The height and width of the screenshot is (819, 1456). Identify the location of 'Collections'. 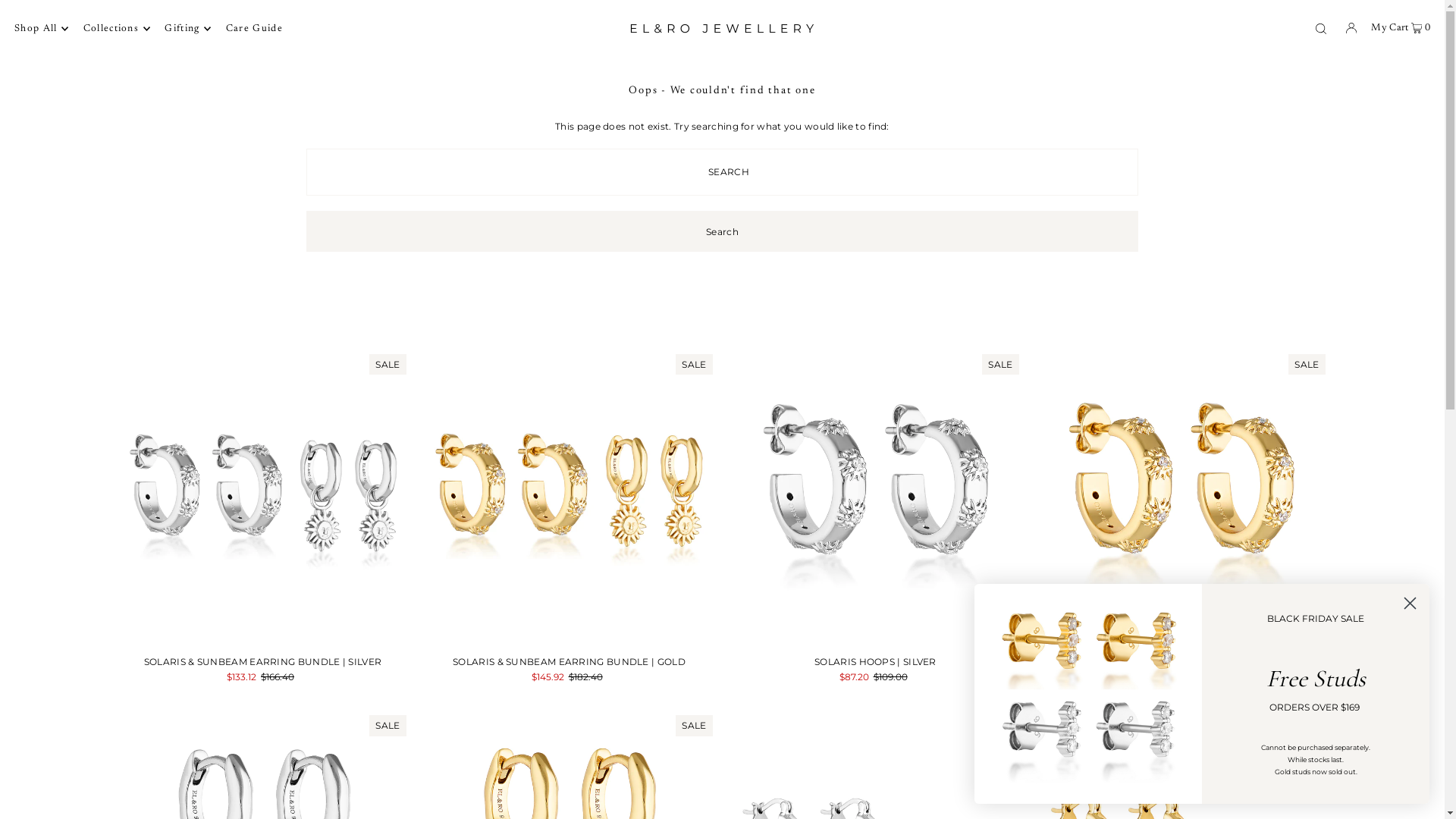
(115, 28).